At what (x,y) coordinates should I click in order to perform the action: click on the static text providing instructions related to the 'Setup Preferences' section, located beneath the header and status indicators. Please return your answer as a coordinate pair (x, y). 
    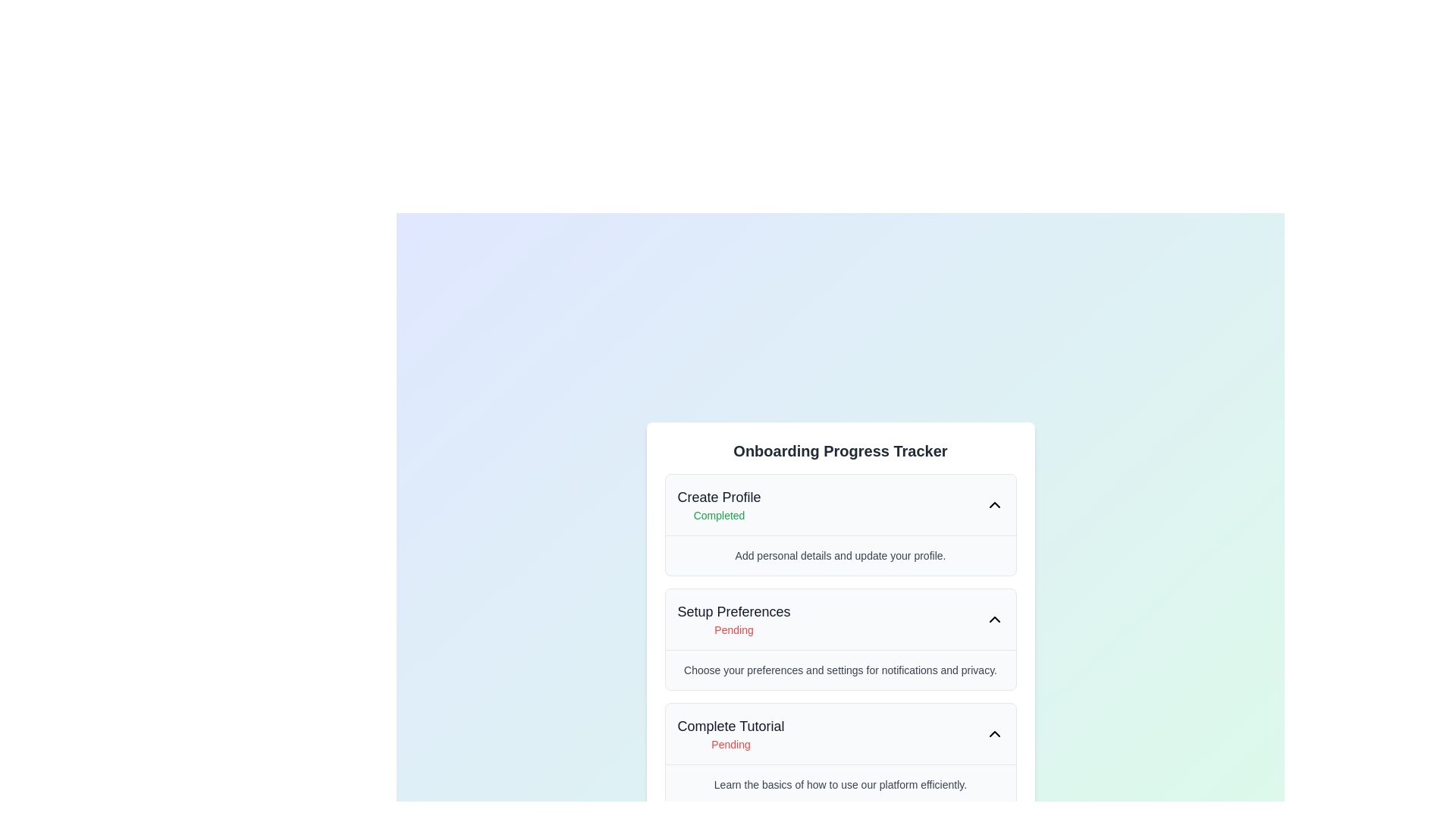
    Looking at the image, I should click on (839, 669).